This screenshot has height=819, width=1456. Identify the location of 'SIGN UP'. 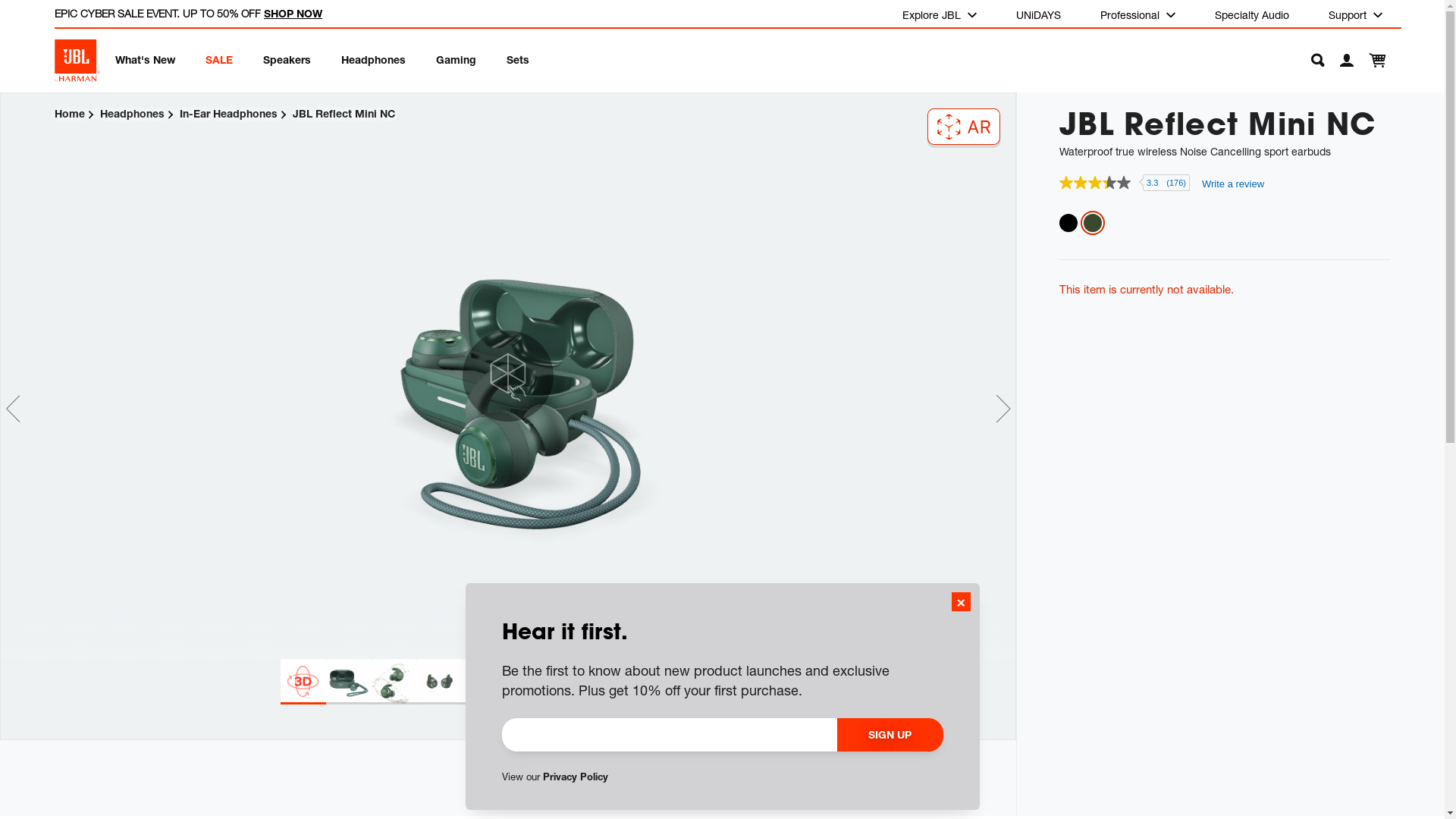
(890, 733).